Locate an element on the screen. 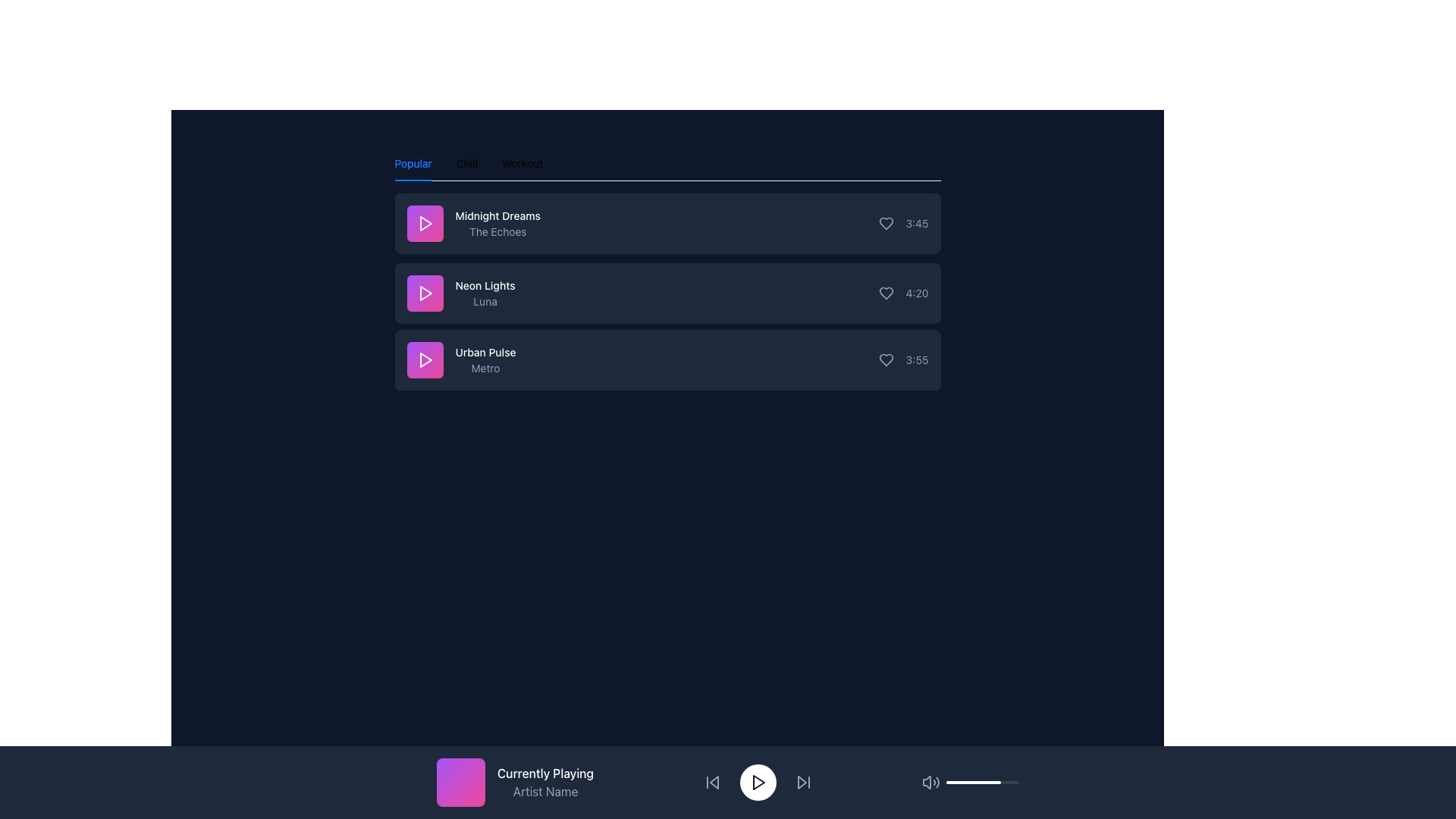 This screenshot has width=1456, height=819. the static text display showing '4:20' in light gray color, located in the second row of the list labeled 'Neon Lights - Luna' is located at coordinates (916, 293).